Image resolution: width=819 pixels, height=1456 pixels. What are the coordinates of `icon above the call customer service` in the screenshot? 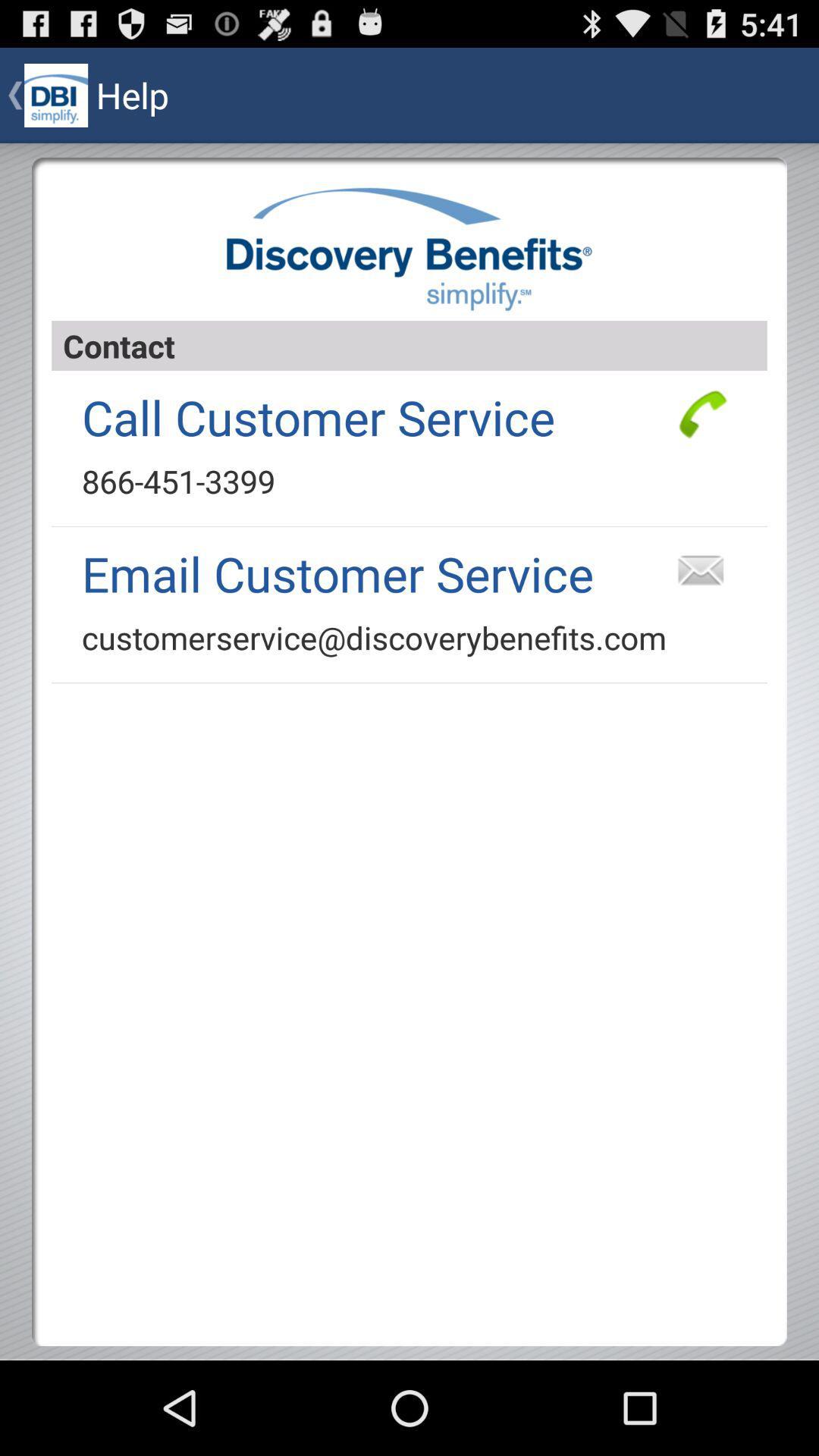 It's located at (409, 345).